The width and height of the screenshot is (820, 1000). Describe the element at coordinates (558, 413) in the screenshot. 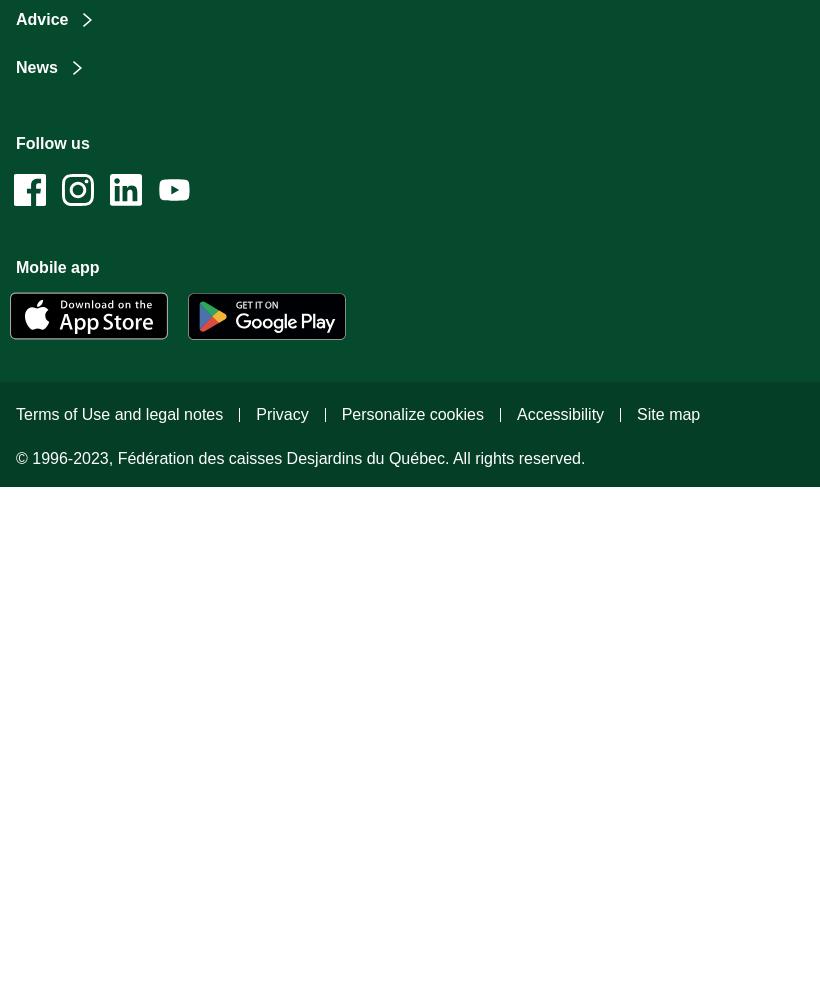

I see `'Accessibility'` at that location.